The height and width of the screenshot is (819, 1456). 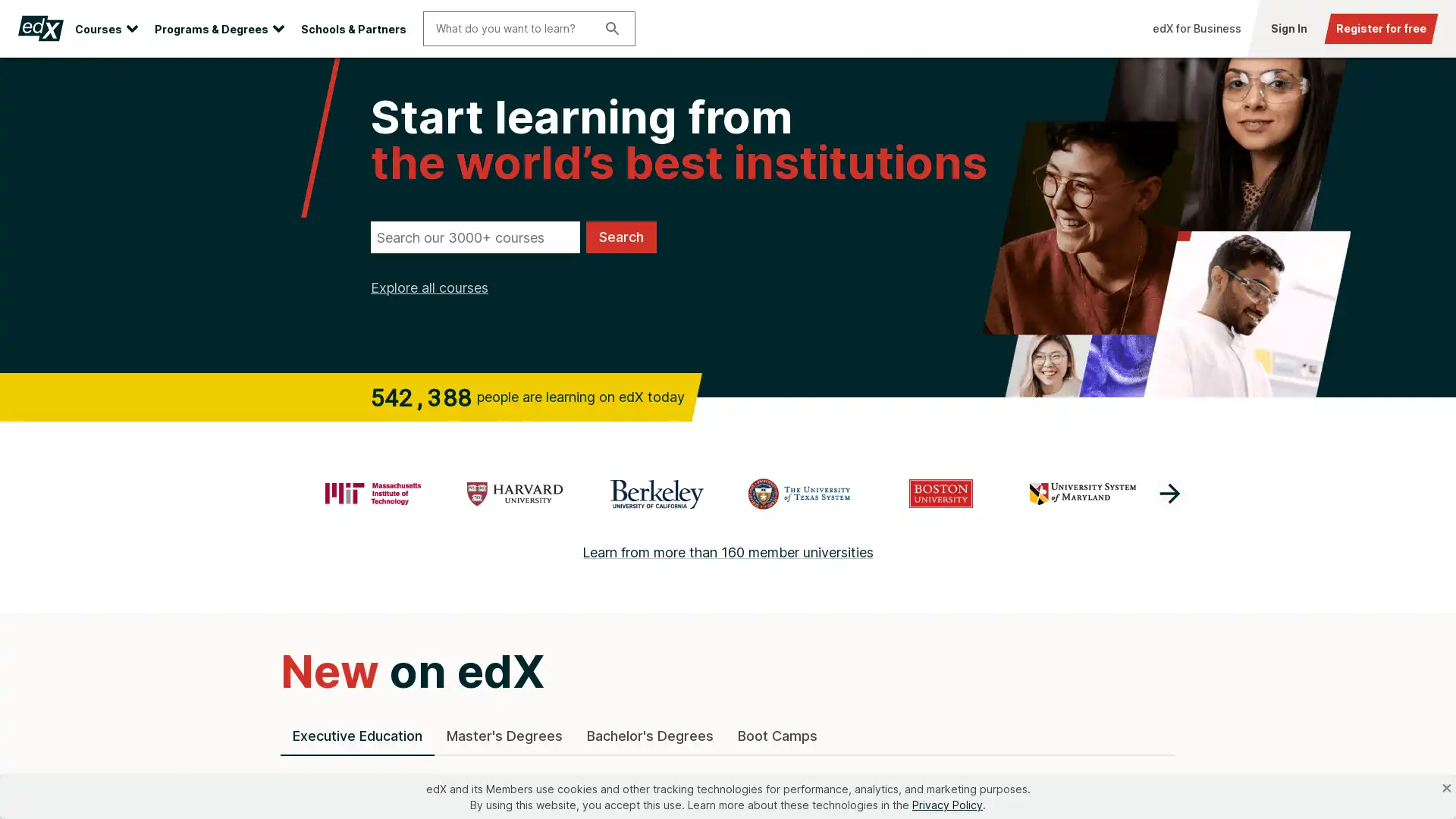 I want to click on next, so click(x=1169, y=494).